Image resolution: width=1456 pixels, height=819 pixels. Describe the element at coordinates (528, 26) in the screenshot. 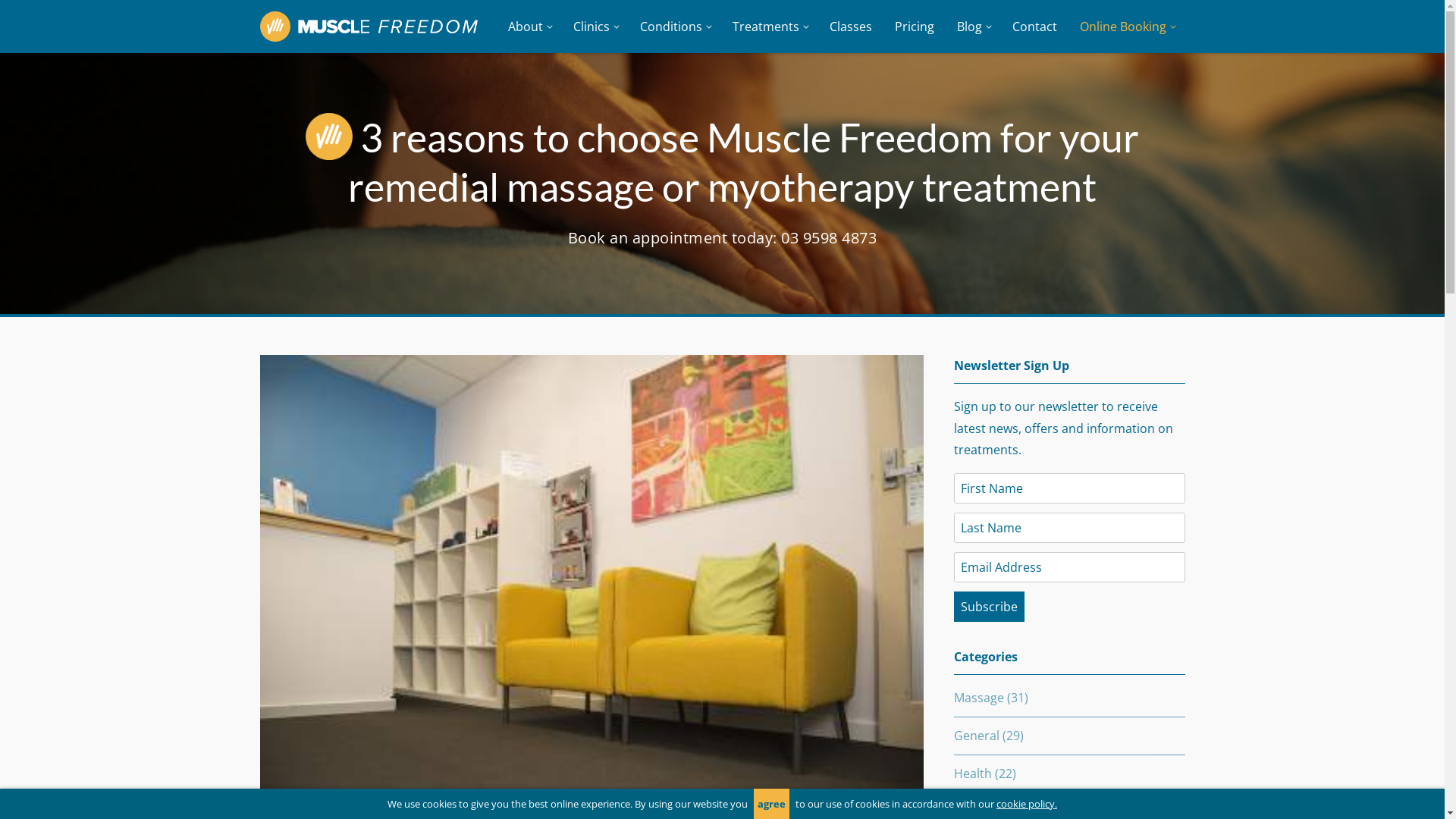

I see `'About'` at that location.